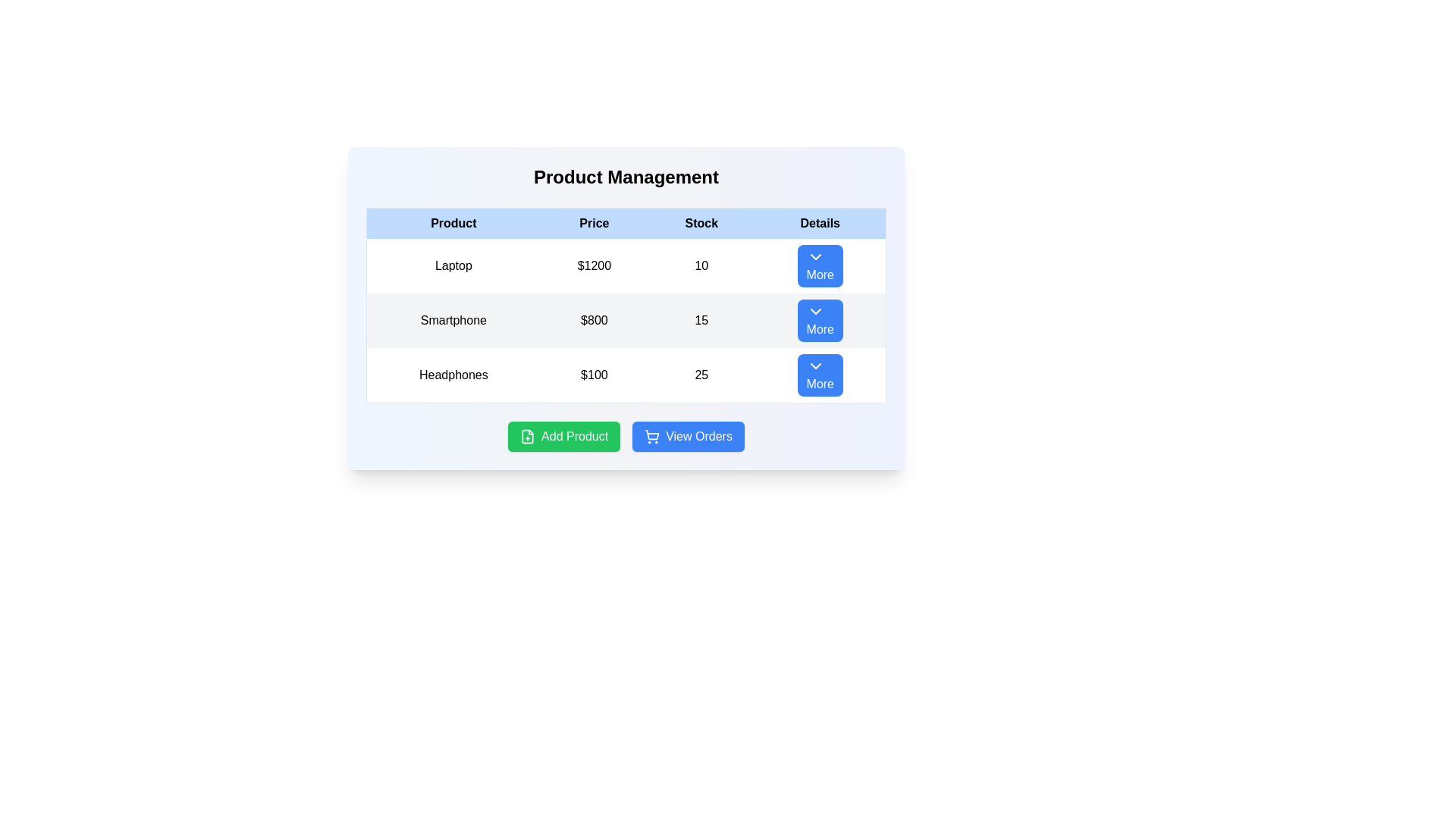 This screenshot has height=819, width=1456. I want to click on the 'More' button with a blue background, white text, and a downward-facing chevron icon, located in the third row of the table under the 'Details' column, so click(819, 375).